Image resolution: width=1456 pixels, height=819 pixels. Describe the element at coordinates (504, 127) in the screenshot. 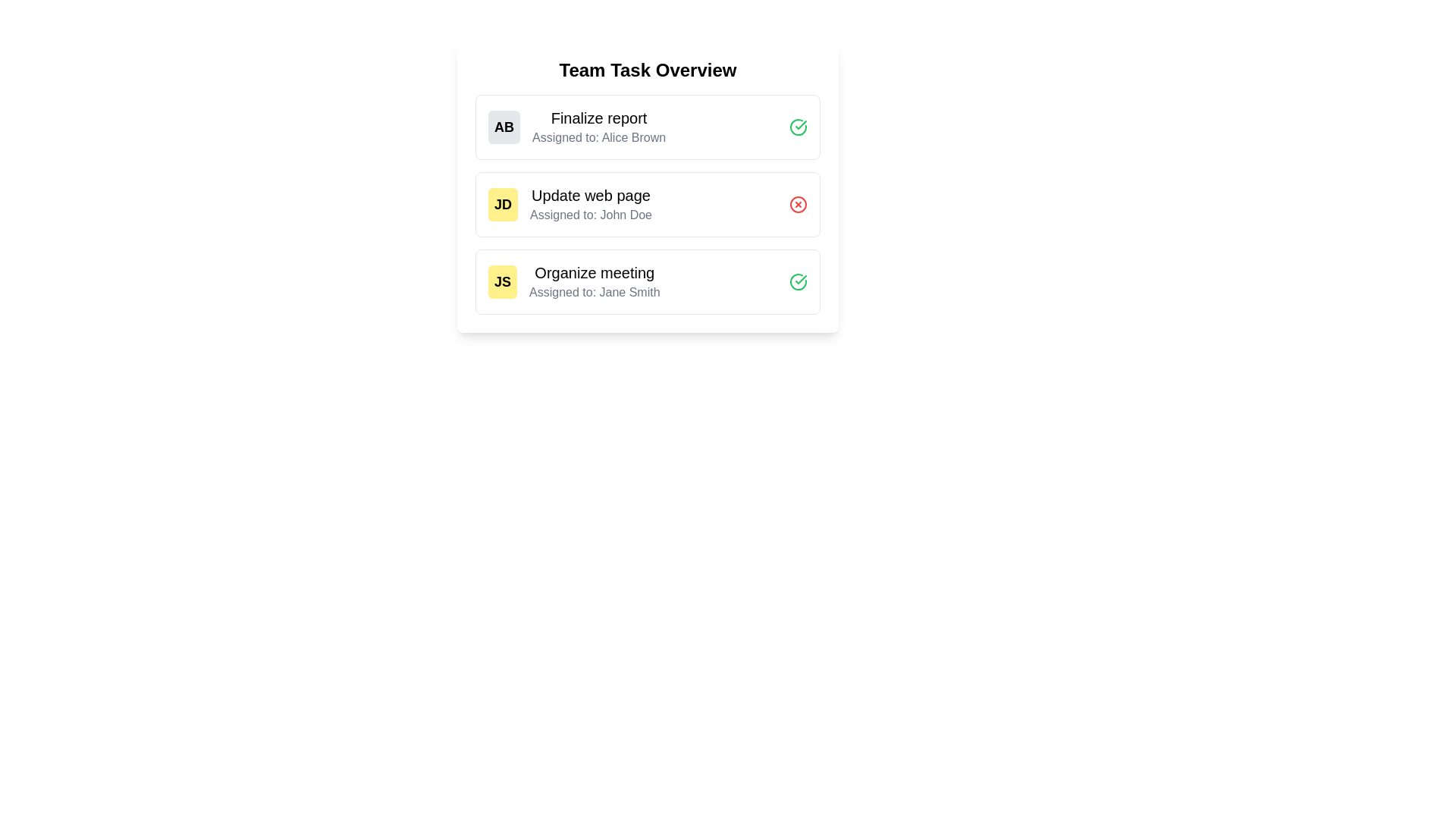

I see `the avatar badge representing Alice Brown, which is the first element in the uppermost task section of the vertical list` at that location.